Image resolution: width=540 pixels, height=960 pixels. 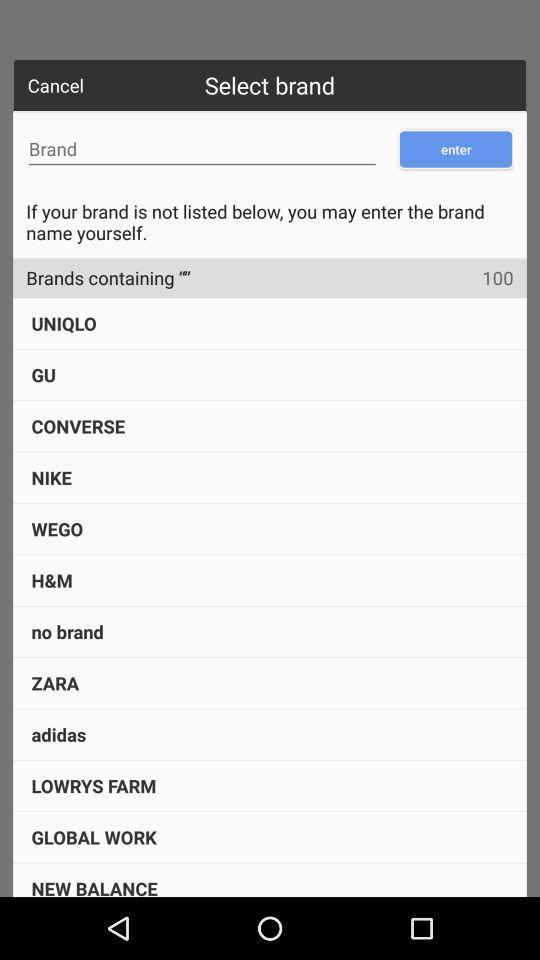 I want to click on icon below if your brand, so click(x=503, y=276).